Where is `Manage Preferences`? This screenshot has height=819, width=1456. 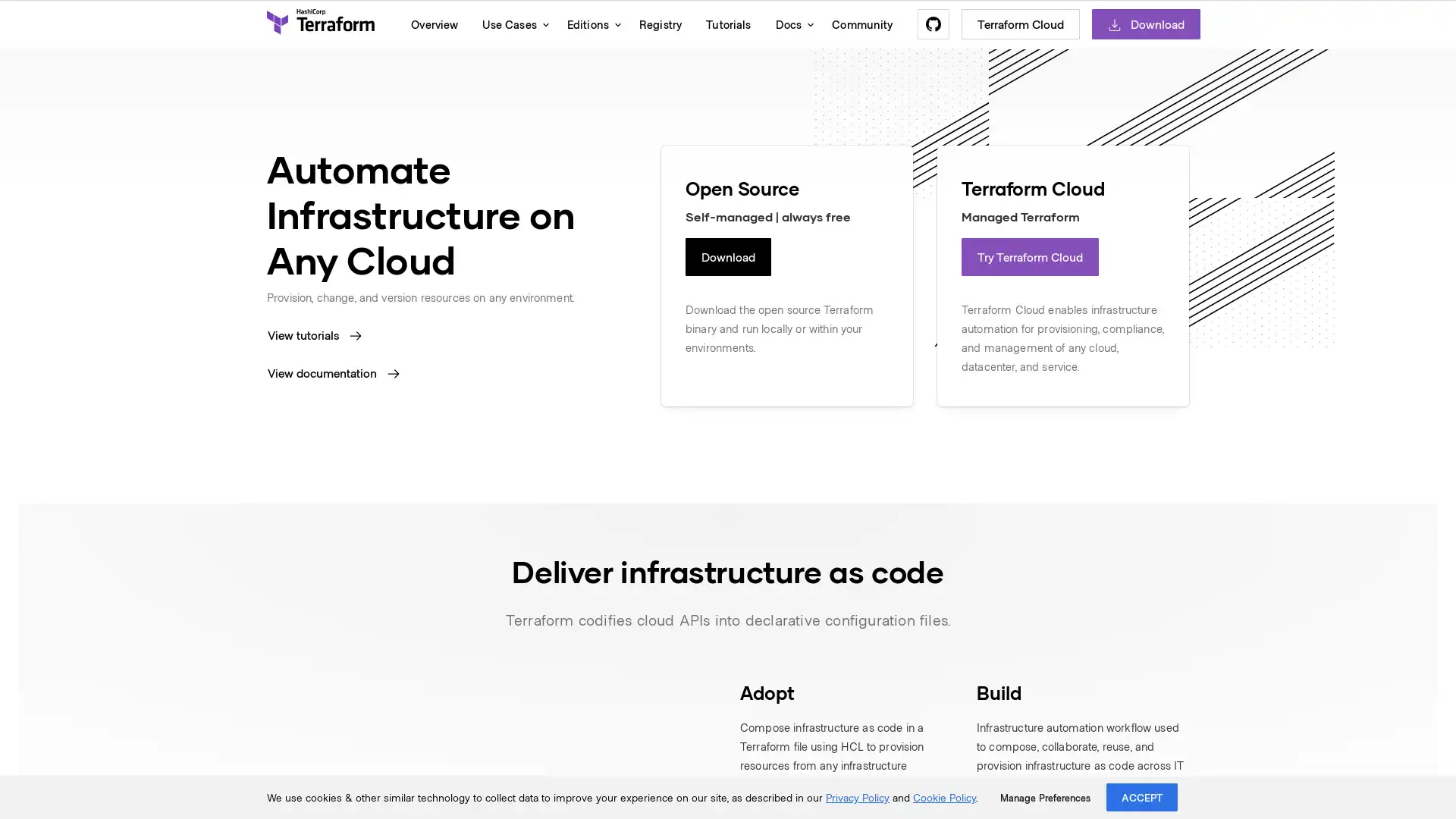
Manage Preferences is located at coordinates (1044, 797).